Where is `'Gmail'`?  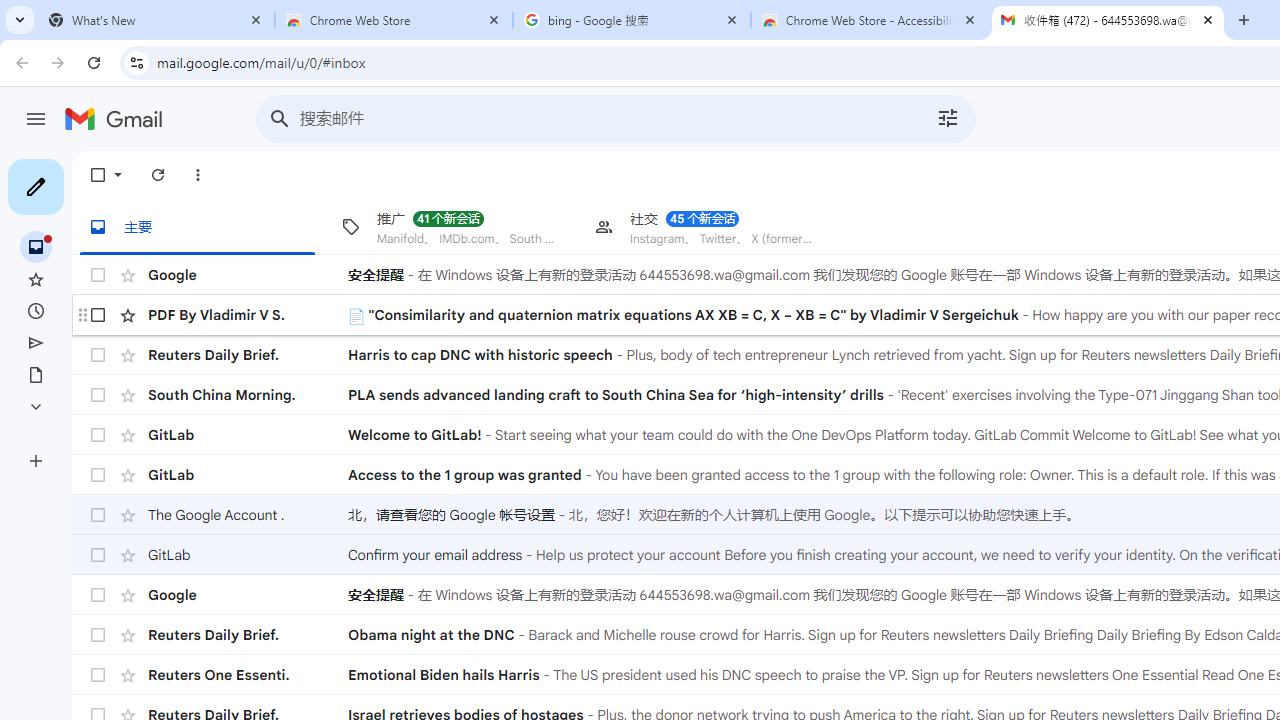 'Gmail' is located at coordinates (117, 121).